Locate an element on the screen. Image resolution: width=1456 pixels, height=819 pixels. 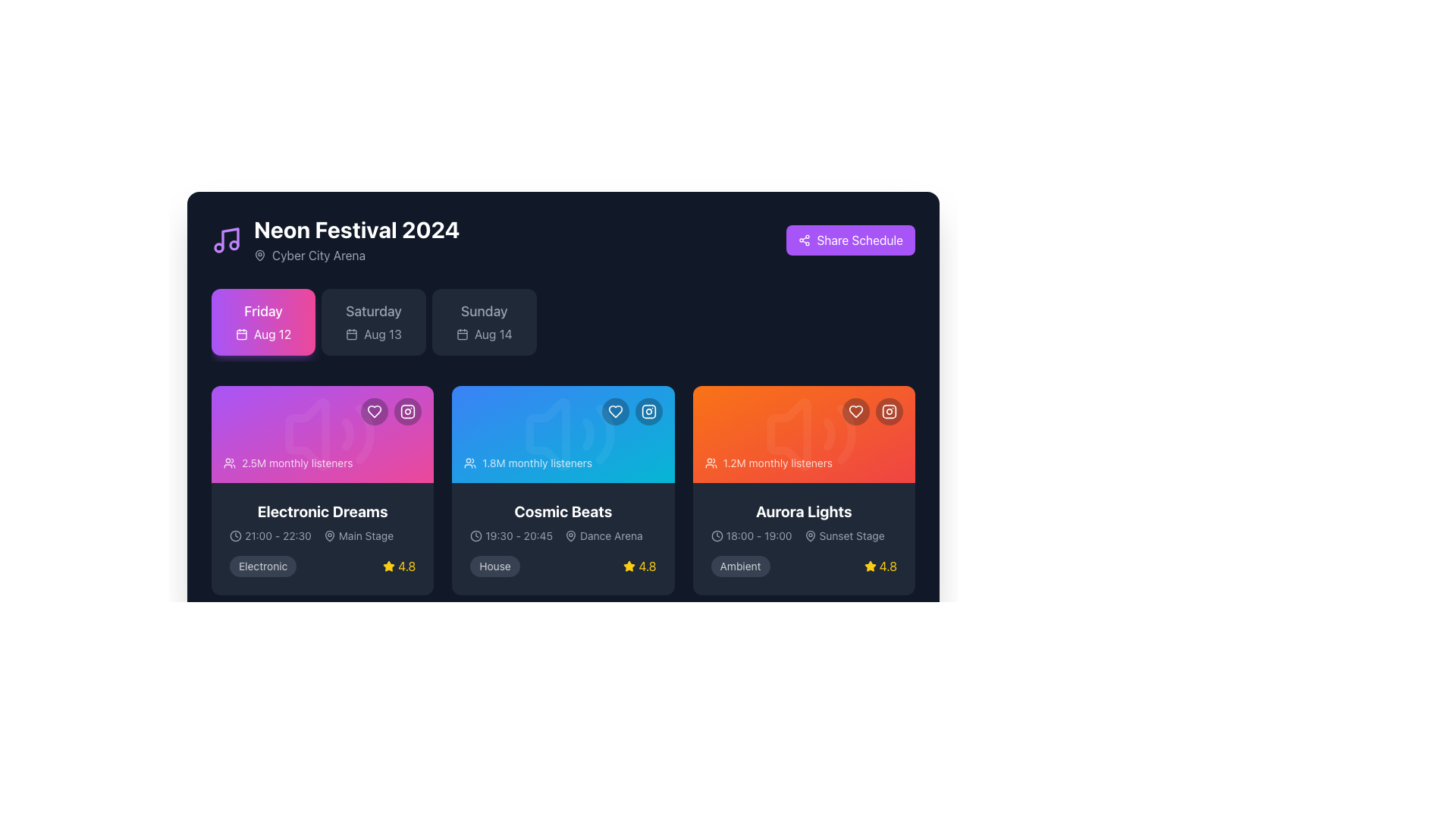
text information displayed in the Text Label with Icon located at the bottom left corner of the 'Electronic Dreams' event card is located at coordinates (288, 462).